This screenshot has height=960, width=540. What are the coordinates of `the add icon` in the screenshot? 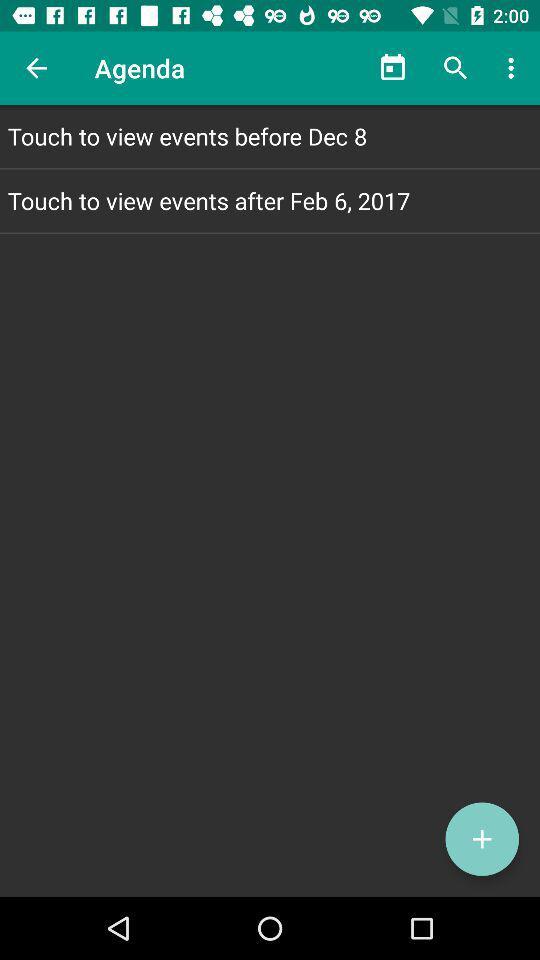 It's located at (481, 839).